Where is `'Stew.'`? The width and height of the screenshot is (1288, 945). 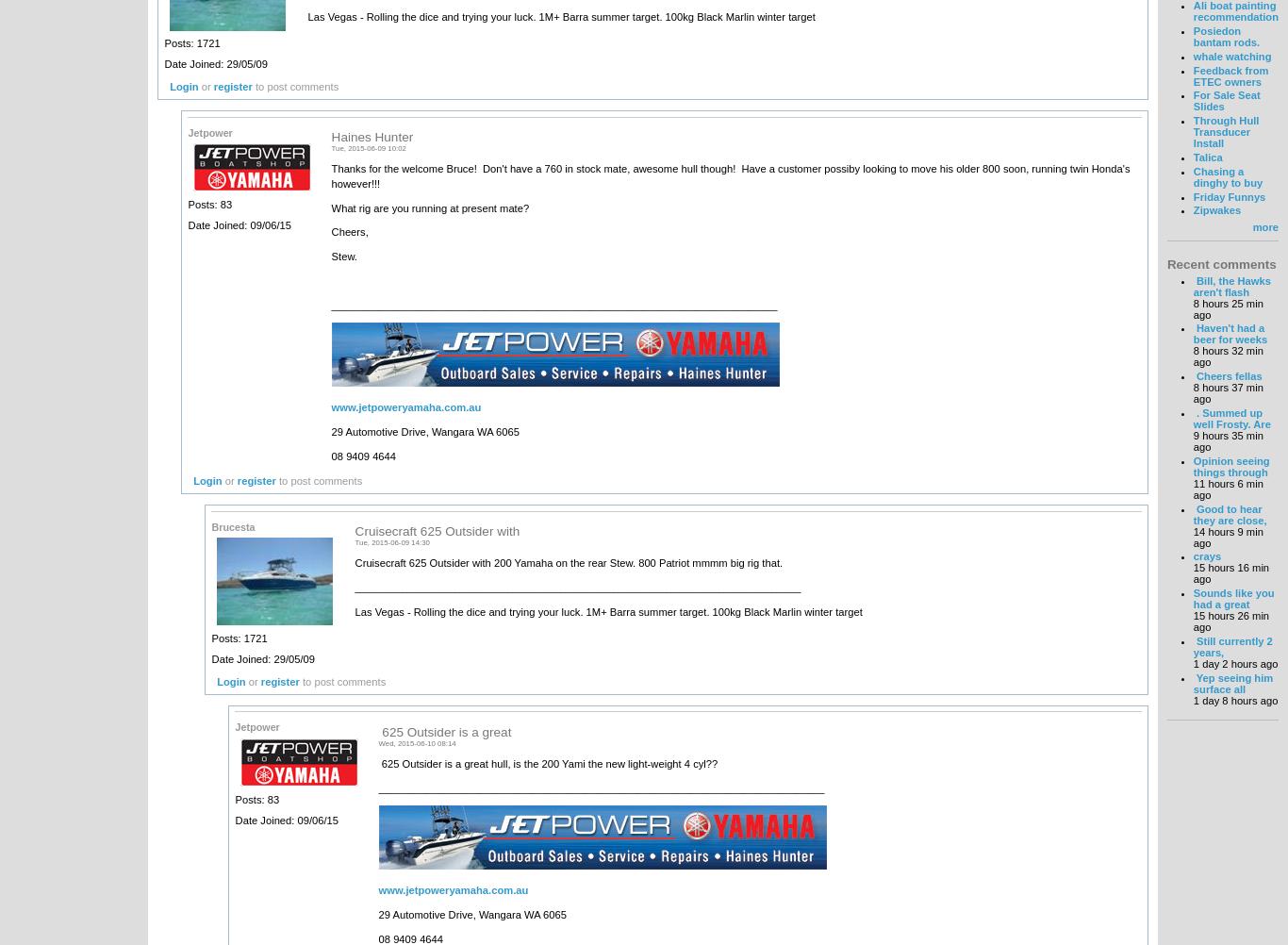
'Stew.' is located at coordinates (342, 256).